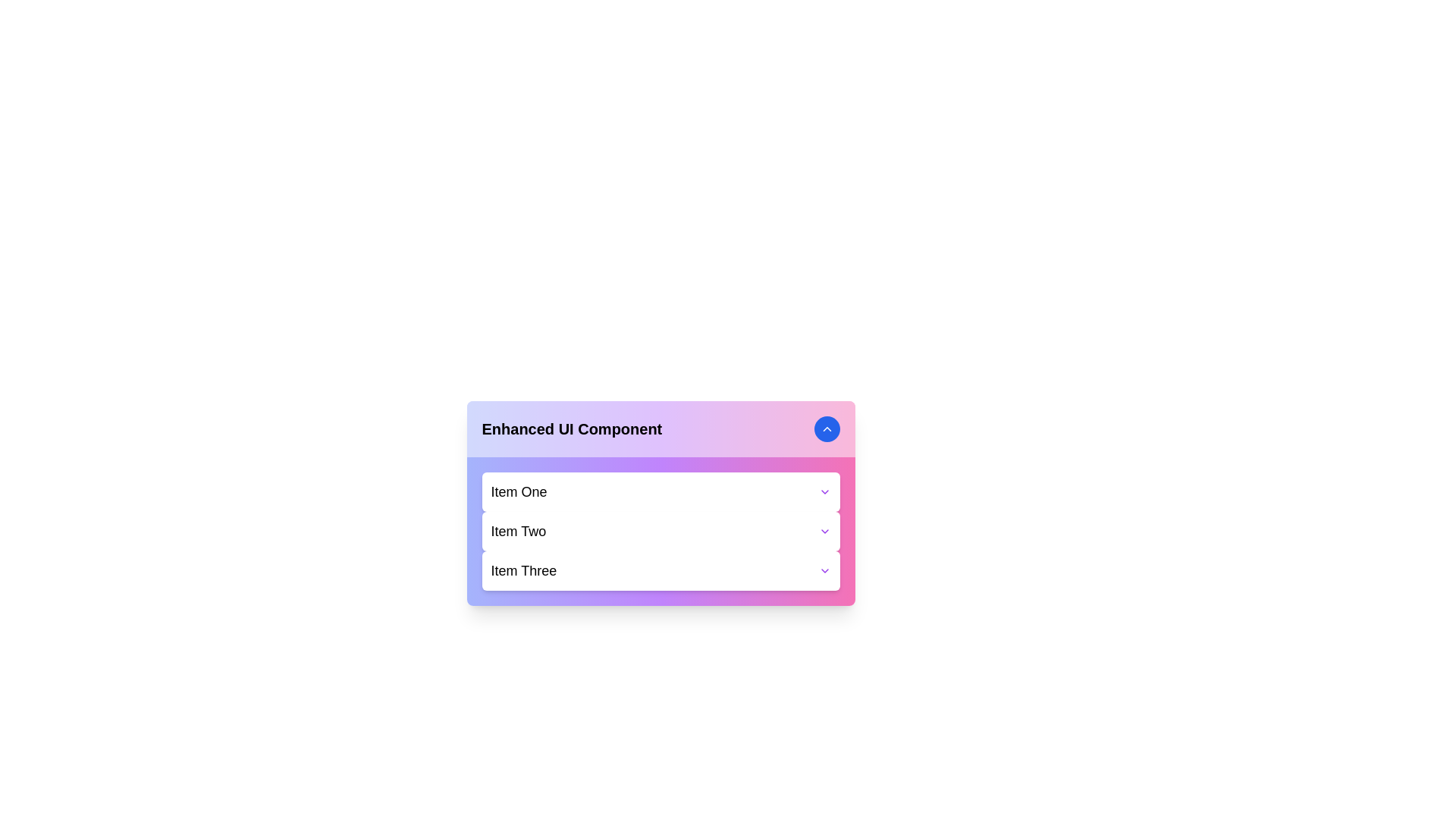 The width and height of the screenshot is (1456, 819). What do you see at coordinates (523, 570) in the screenshot?
I see `the text label that describes the third item in the vertically stacked list within the card interface` at bounding box center [523, 570].